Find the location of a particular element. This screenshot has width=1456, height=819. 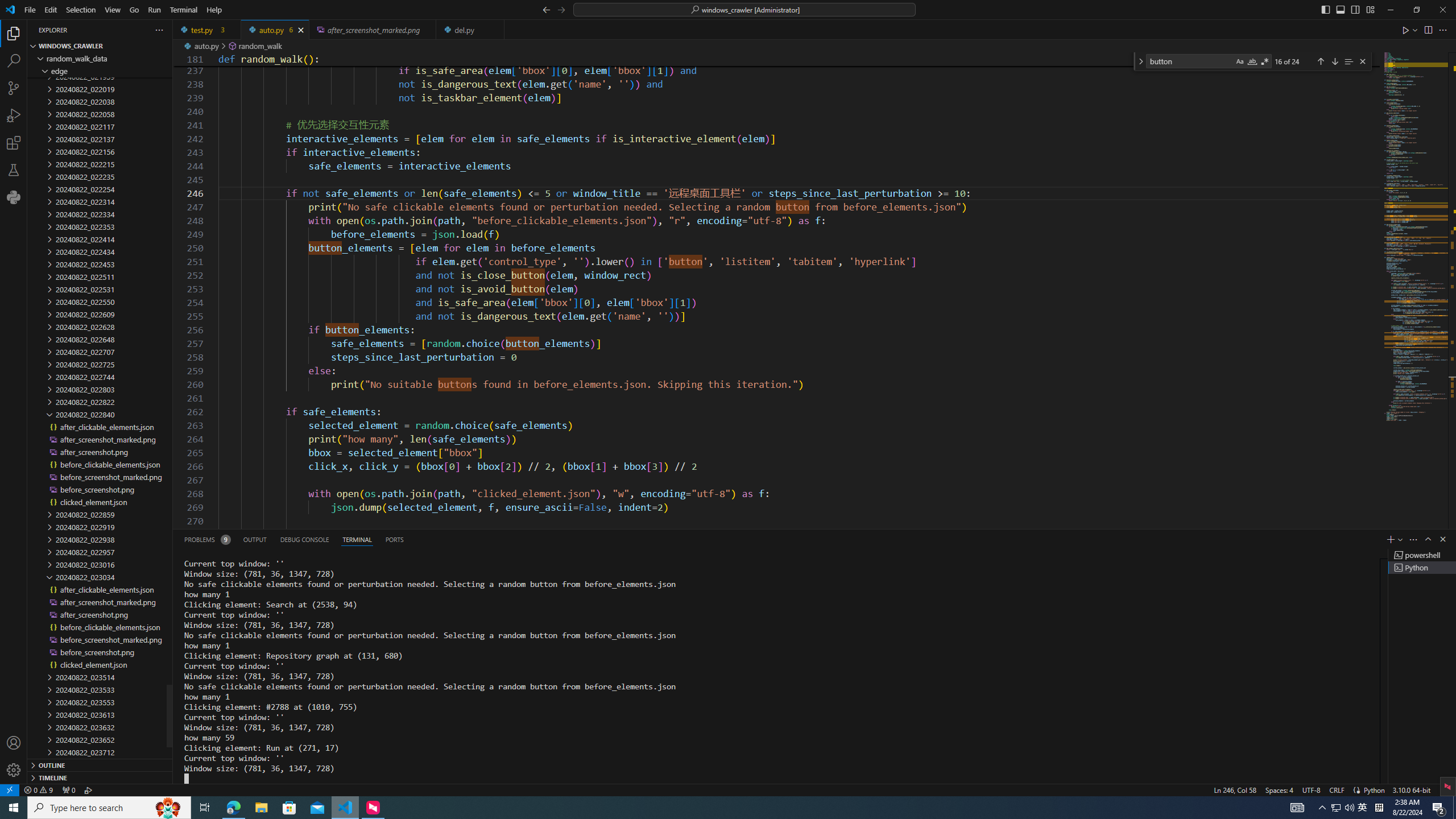

'UTF-8' is located at coordinates (1310, 789).